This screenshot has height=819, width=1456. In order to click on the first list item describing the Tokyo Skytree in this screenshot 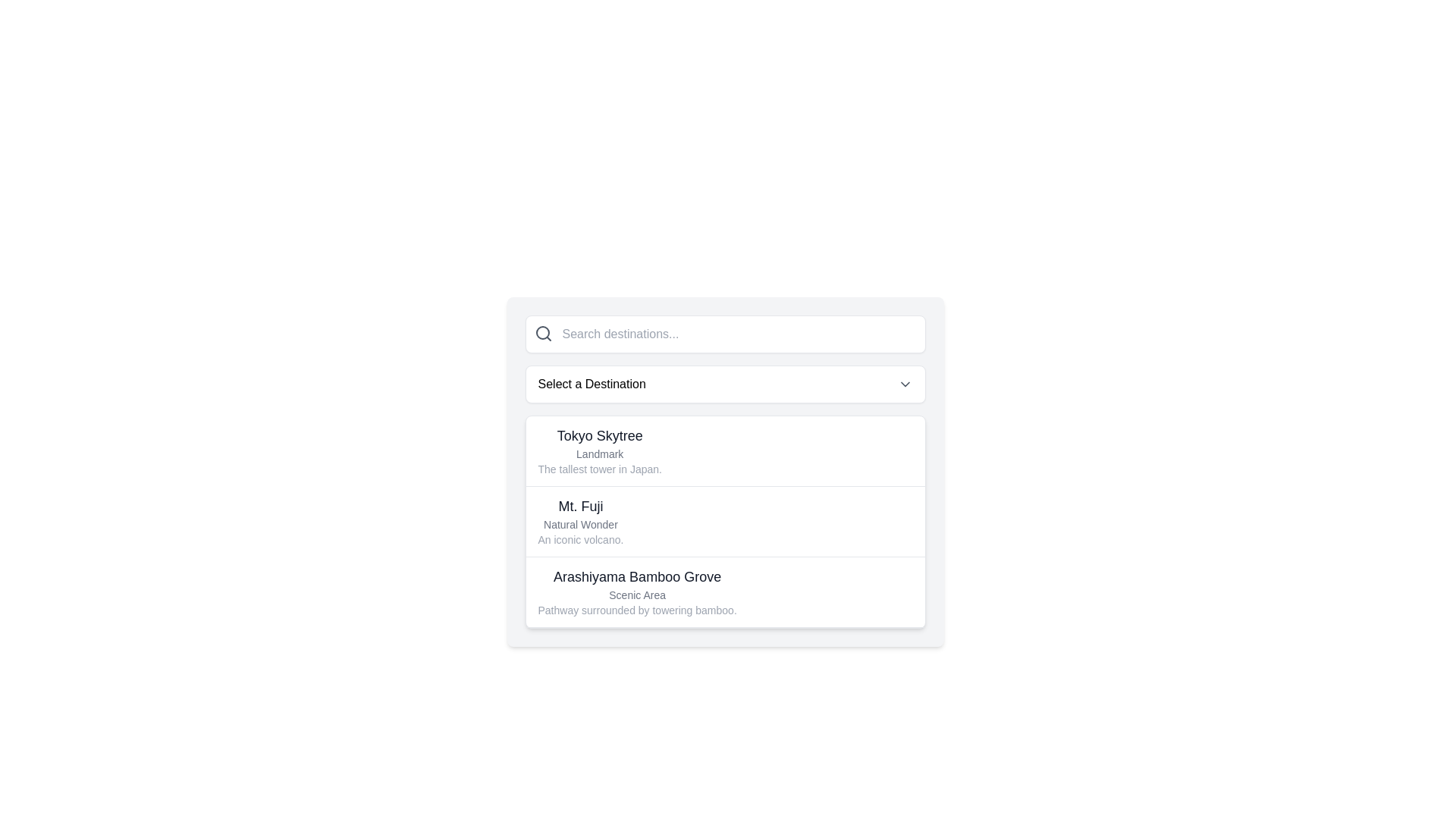, I will do `click(724, 450)`.